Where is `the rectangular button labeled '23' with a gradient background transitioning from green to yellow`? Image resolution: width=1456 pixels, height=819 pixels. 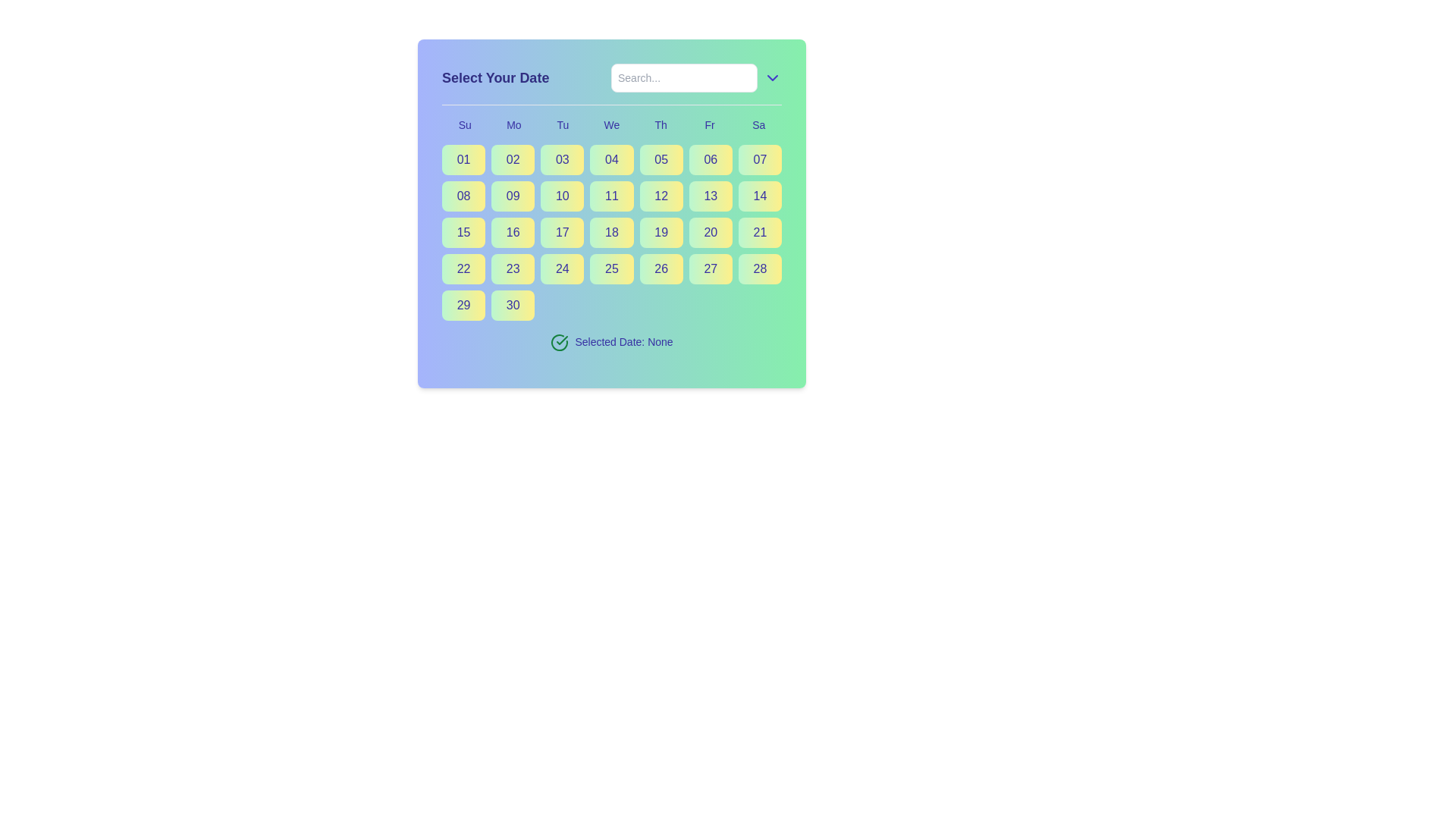
the rectangular button labeled '23' with a gradient background transitioning from green to yellow is located at coordinates (513, 268).